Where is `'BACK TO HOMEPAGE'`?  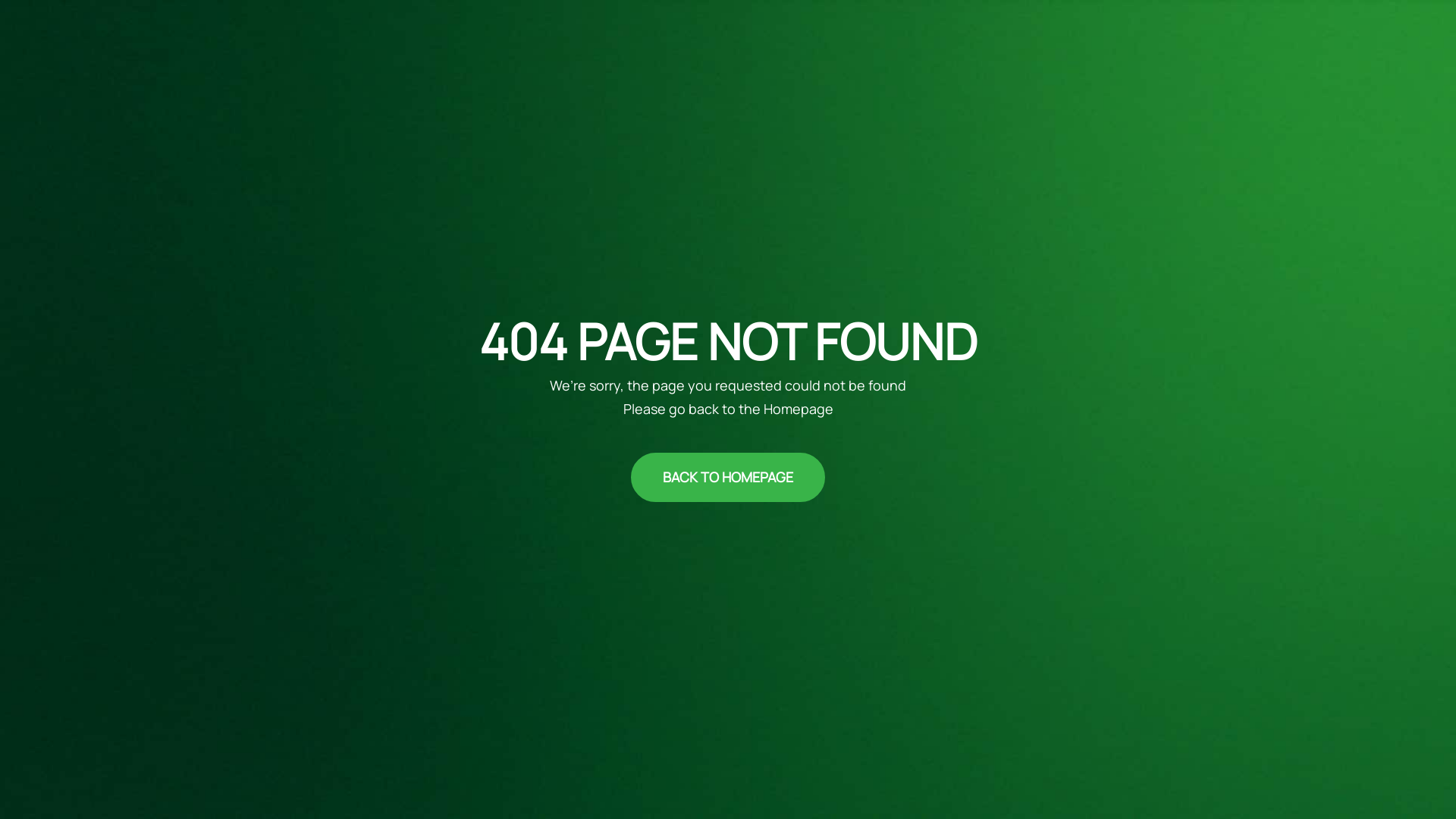
'BACK TO HOMEPAGE' is located at coordinates (728, 476).